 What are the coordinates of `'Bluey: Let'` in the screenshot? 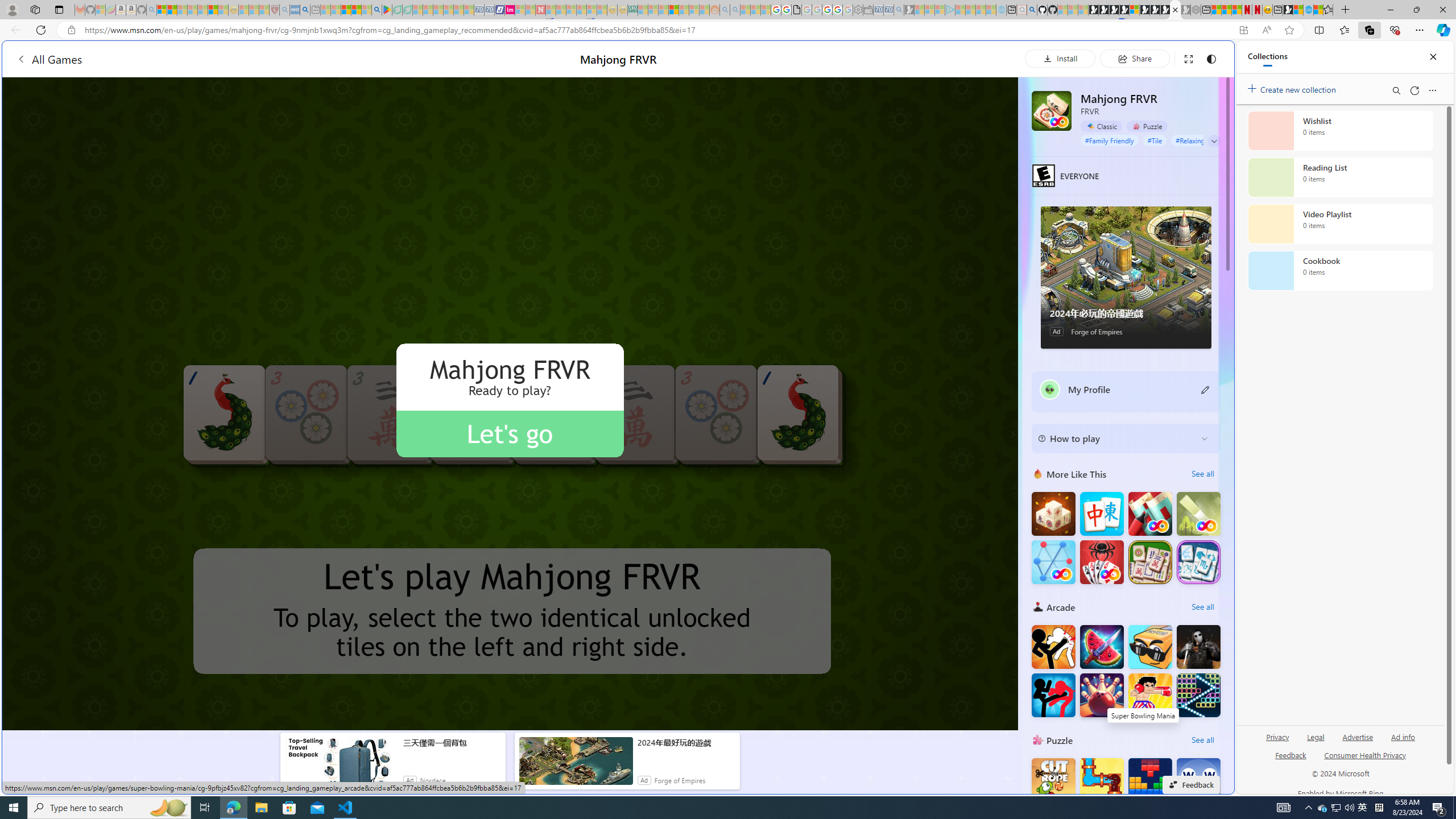 It's located at (387, 9).